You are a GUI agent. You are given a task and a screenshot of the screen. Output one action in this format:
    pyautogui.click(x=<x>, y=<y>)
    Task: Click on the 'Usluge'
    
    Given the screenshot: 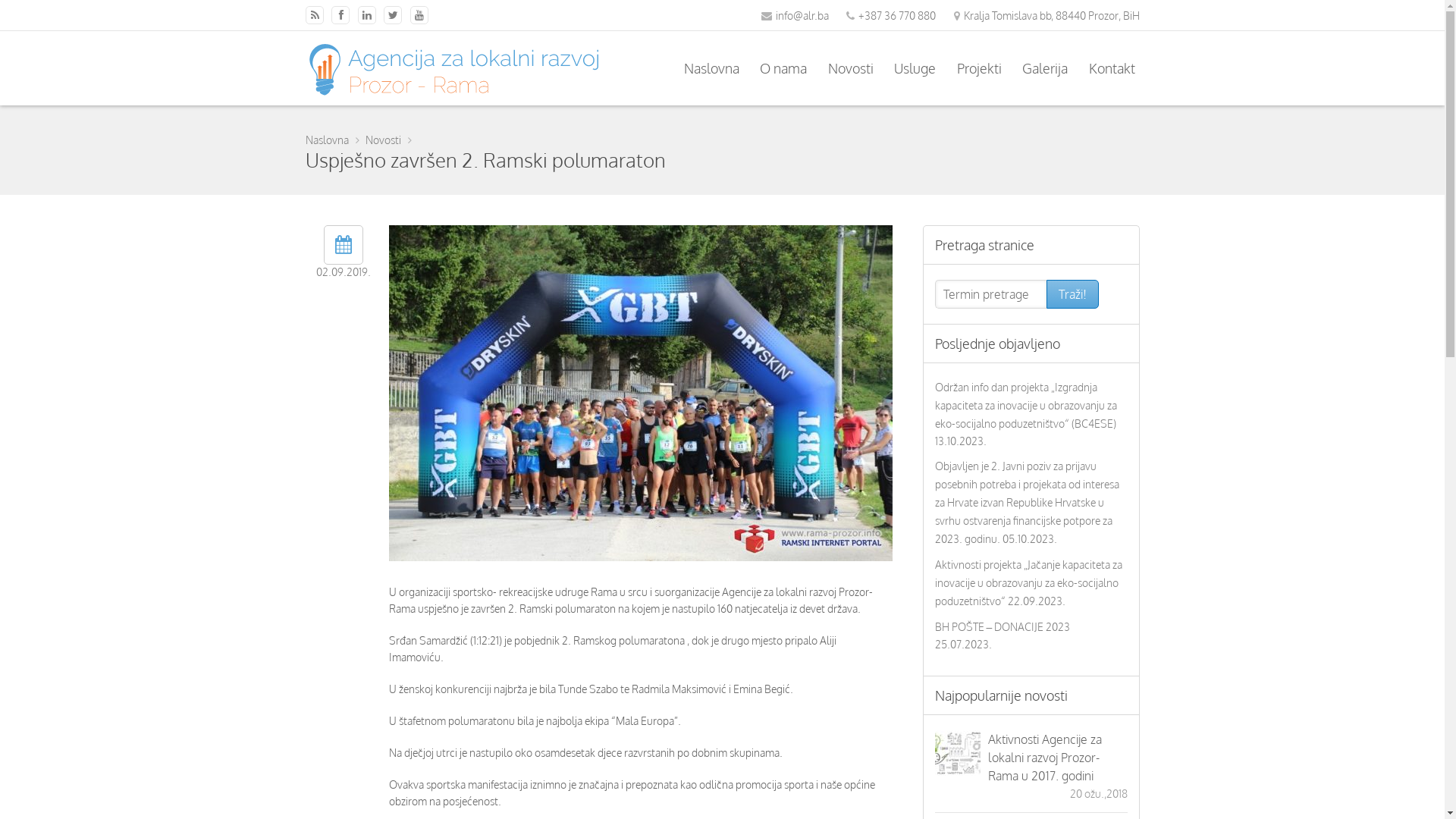 What is the action you would take?
    pyautogui.click(x=914, y=67)
    